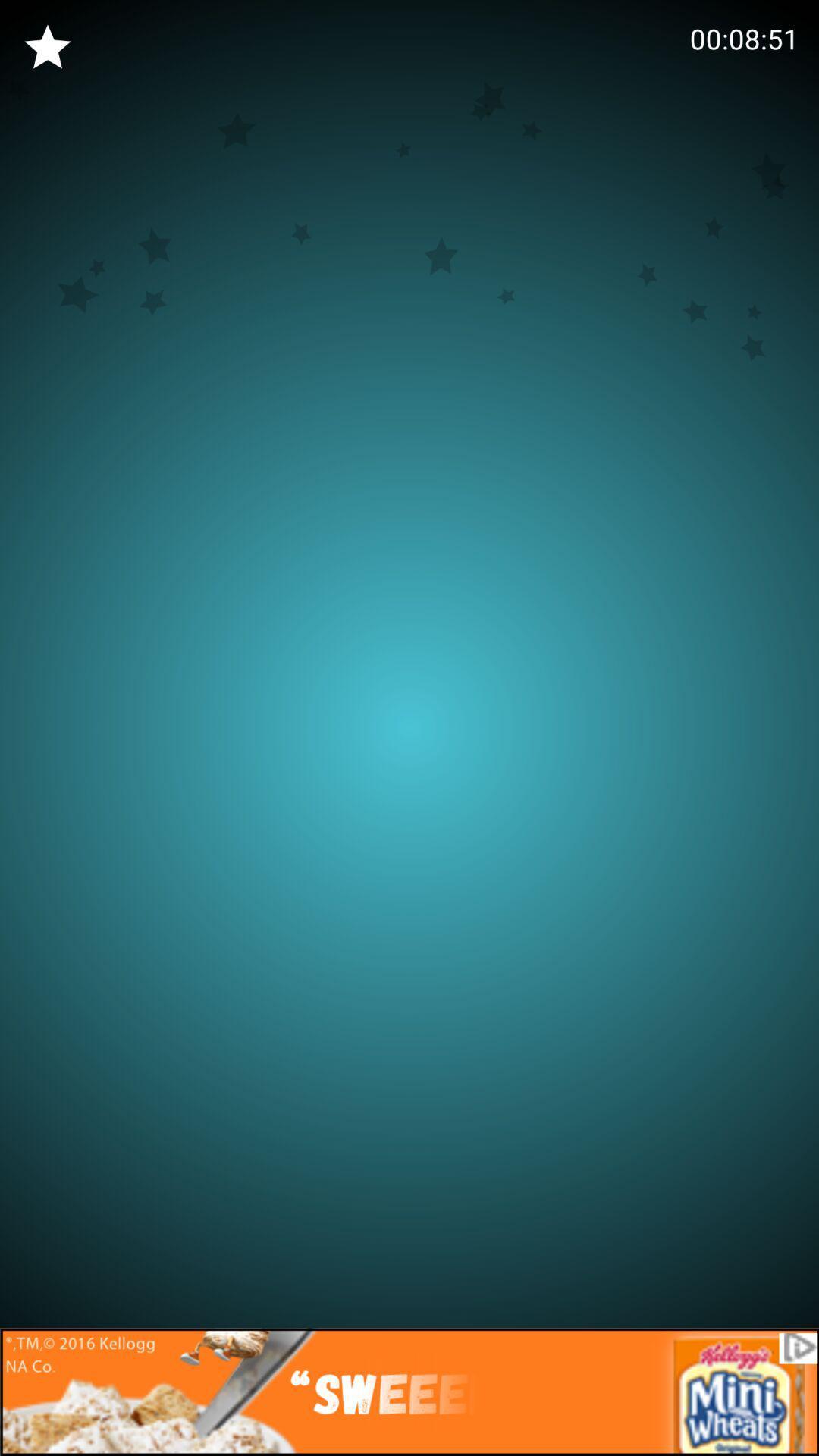 This screenshot has width=819, height=1456. I want to click on mark as favorite, so click(46, 47).